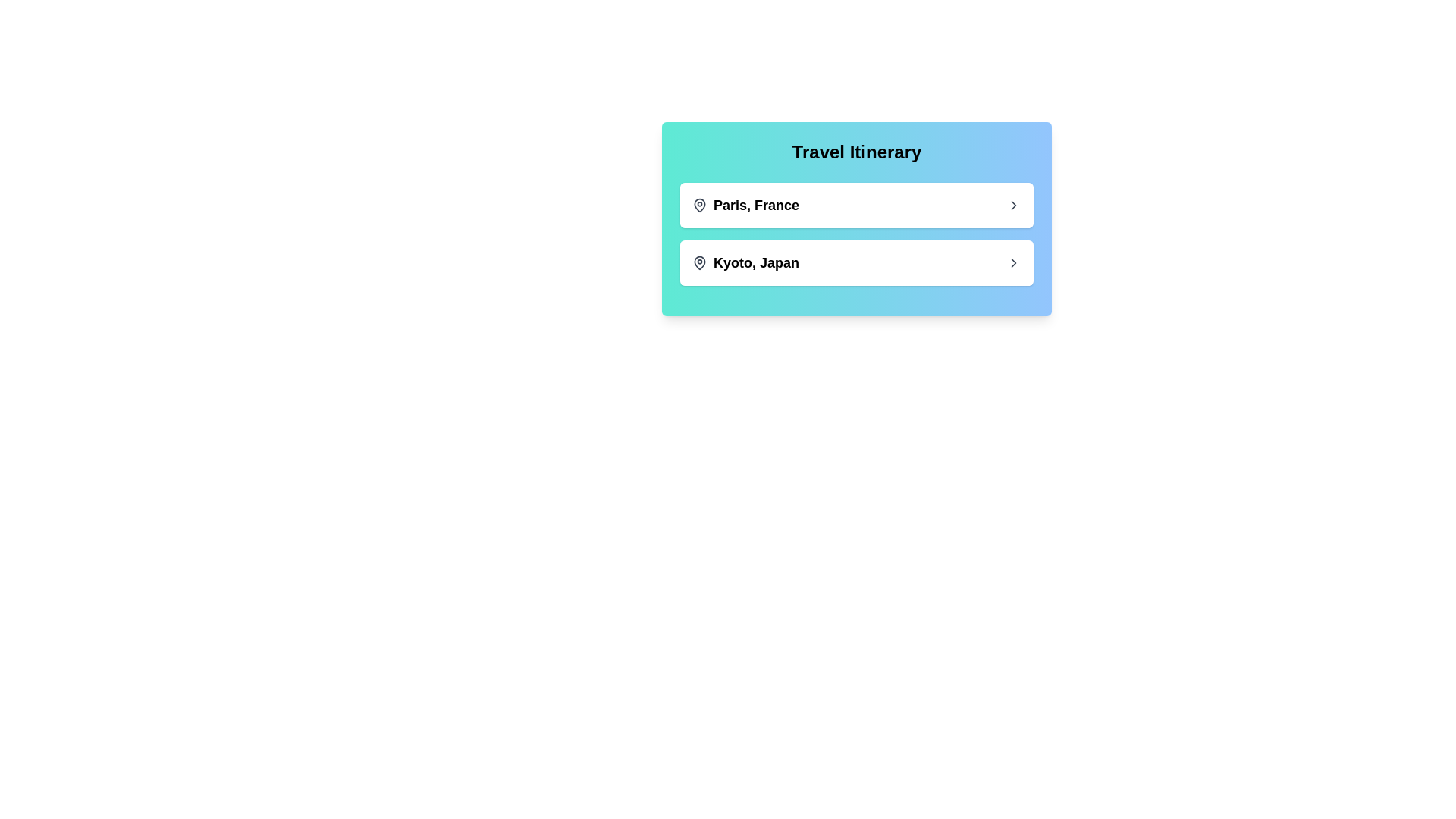 The width and height of the screenshot is (1456, 819). What do you see at coordinates (1014, 205) in the screenshot?
I see `the chevron icon button, which is a thin-stroke rightward arrow located at the far right of the entry displaying 'Paris, France'` at bounding box center [1014, 205].